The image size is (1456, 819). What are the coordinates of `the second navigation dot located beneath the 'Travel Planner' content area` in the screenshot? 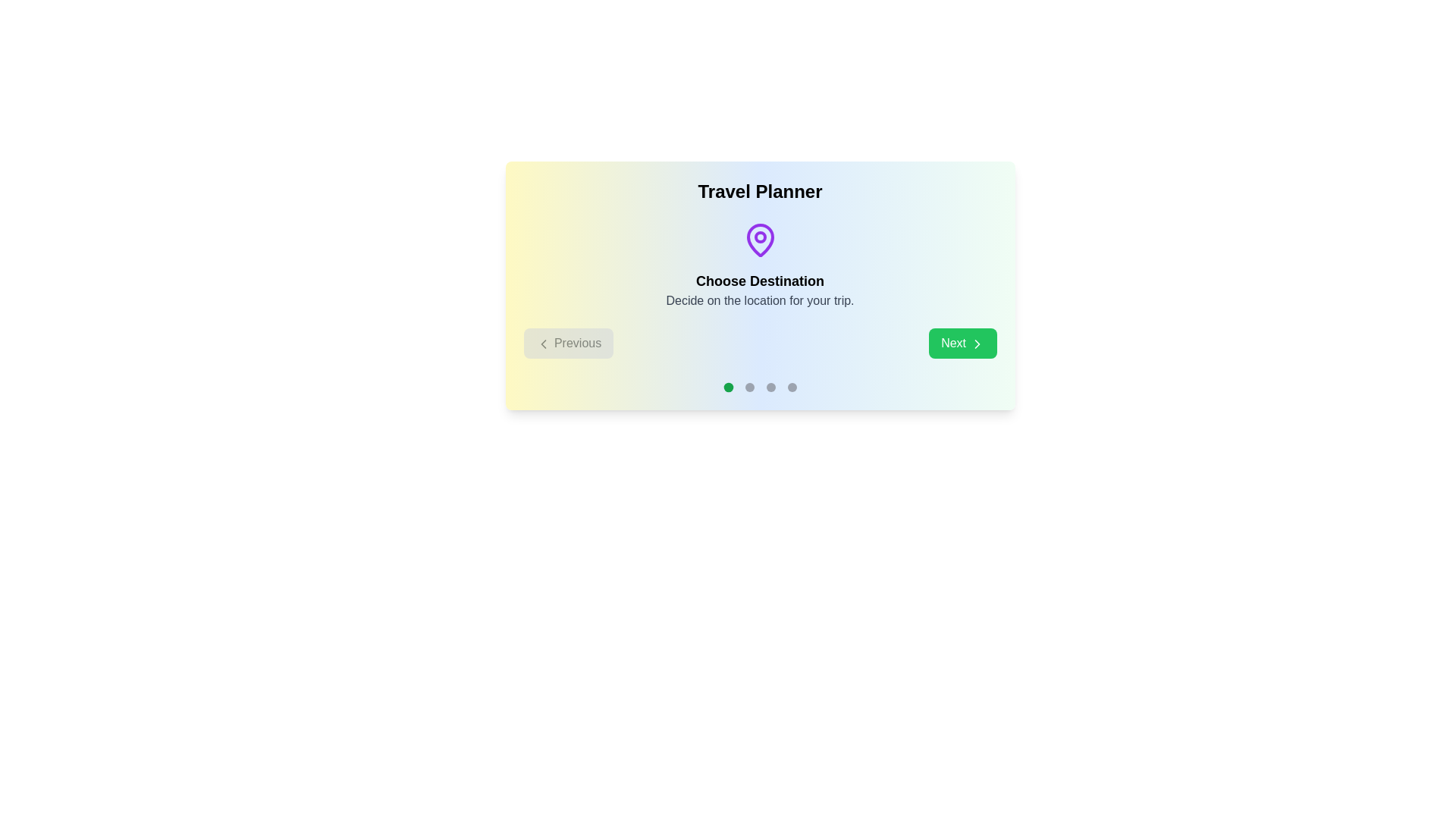 It's located at (749, 386).